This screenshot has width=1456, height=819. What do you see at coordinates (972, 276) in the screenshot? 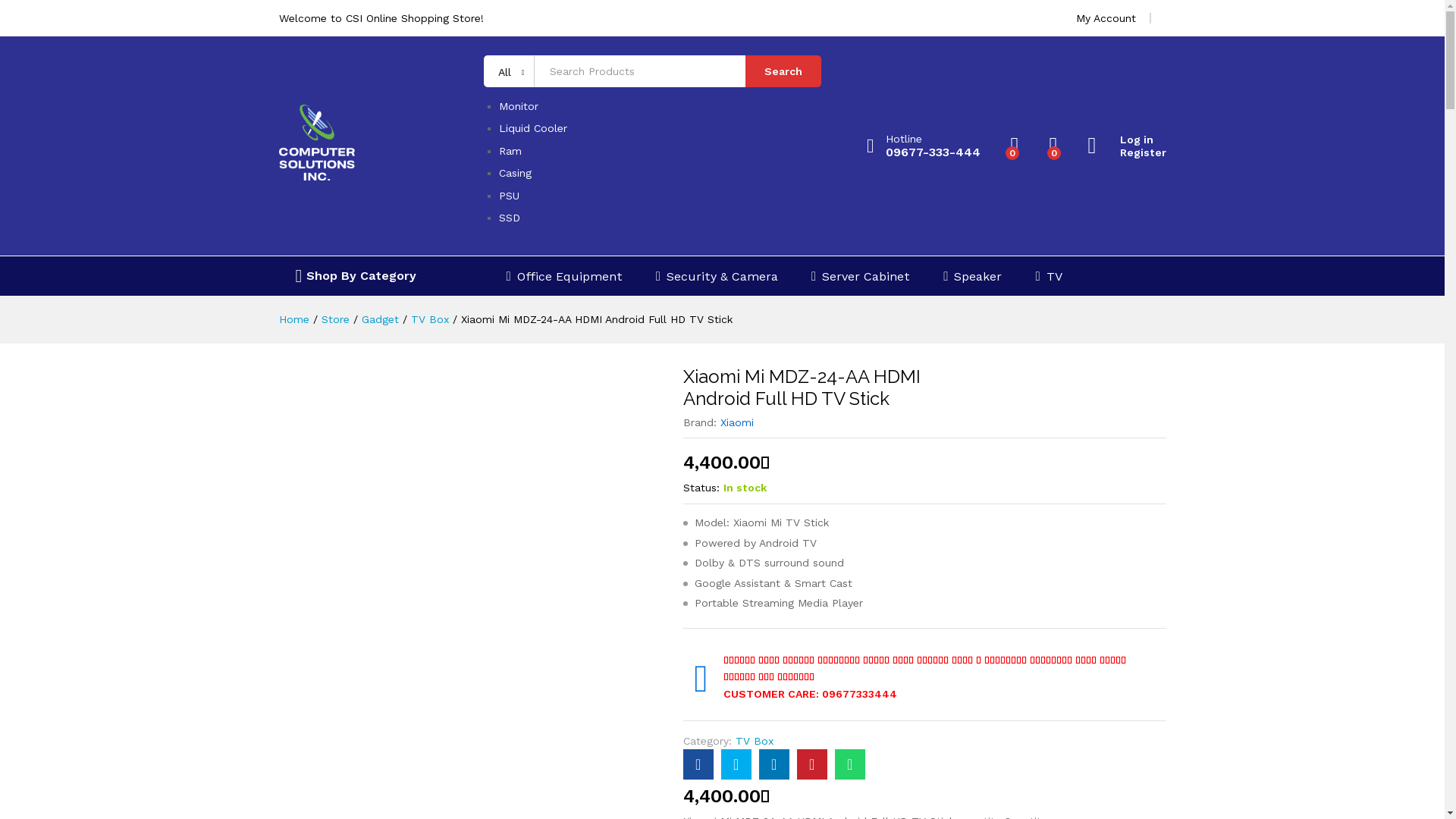
I see `'Speaker'` at bounding box center [972, 276].